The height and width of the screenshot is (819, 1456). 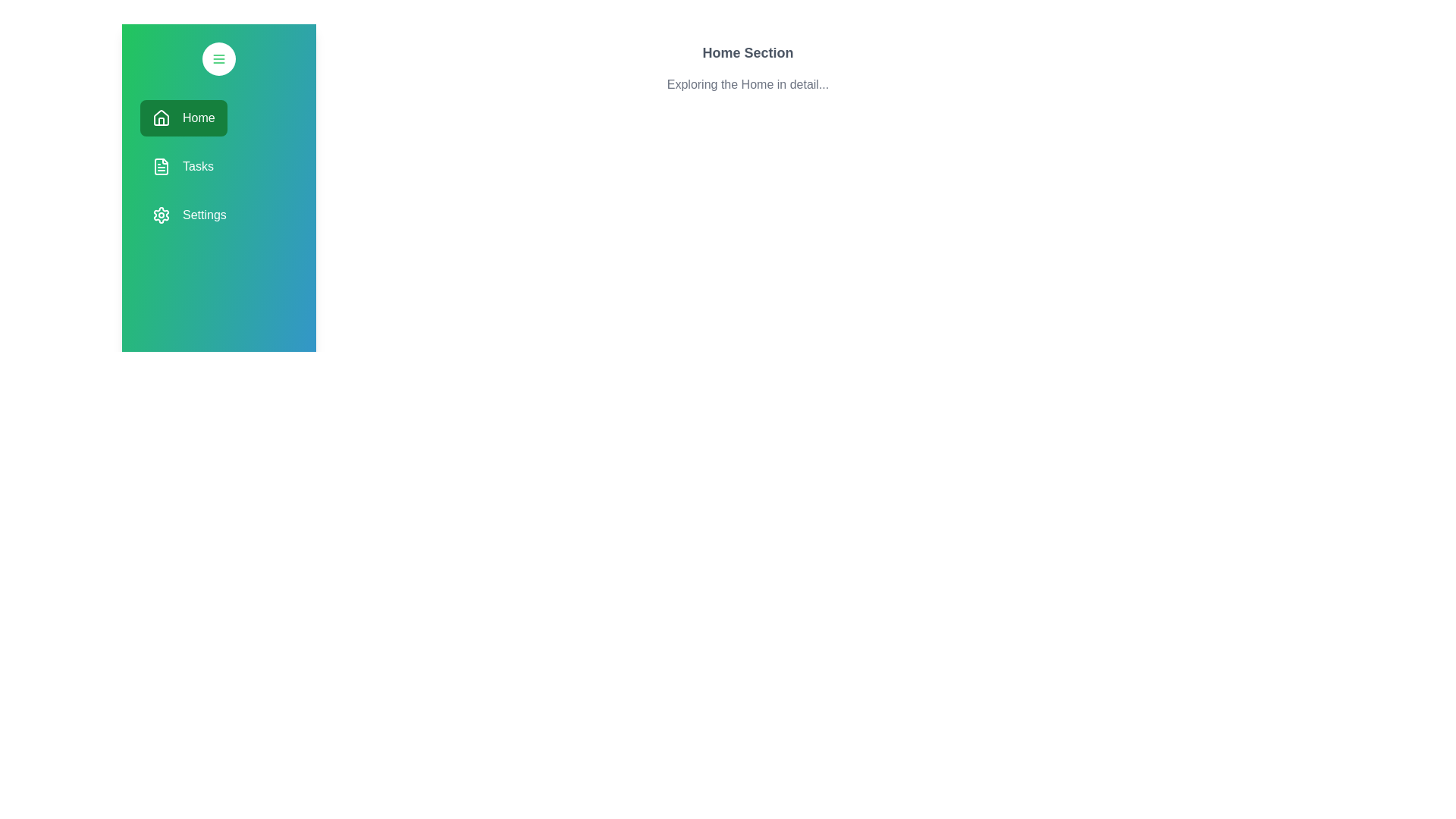 I want to click on the 'Settings' icon located in the vertical navigation sidebar, so click(x=161, y=215).